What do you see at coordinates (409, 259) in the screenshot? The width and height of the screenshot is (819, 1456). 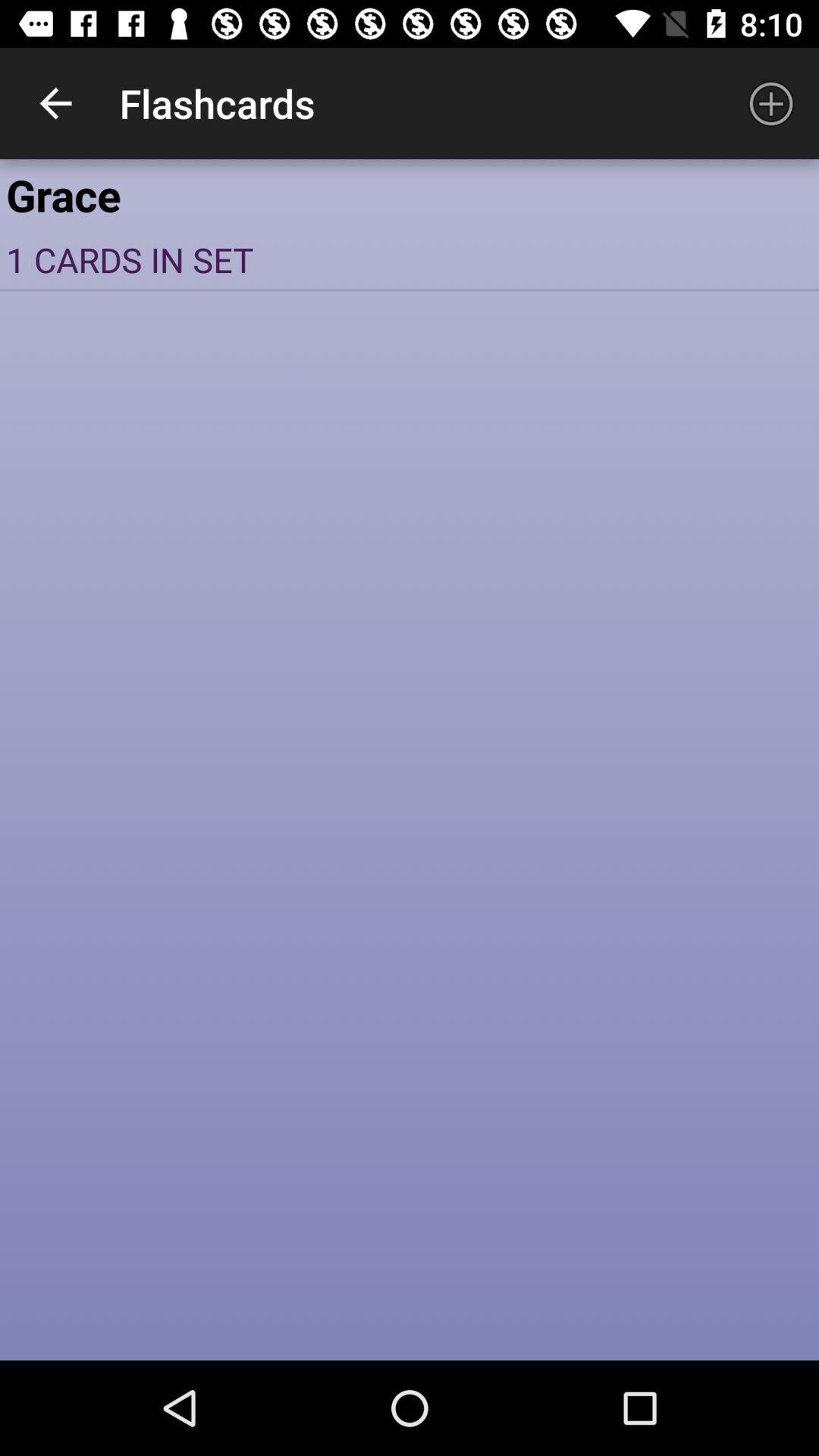 I see `1 cards in icon` at bounding box center [409, 259].